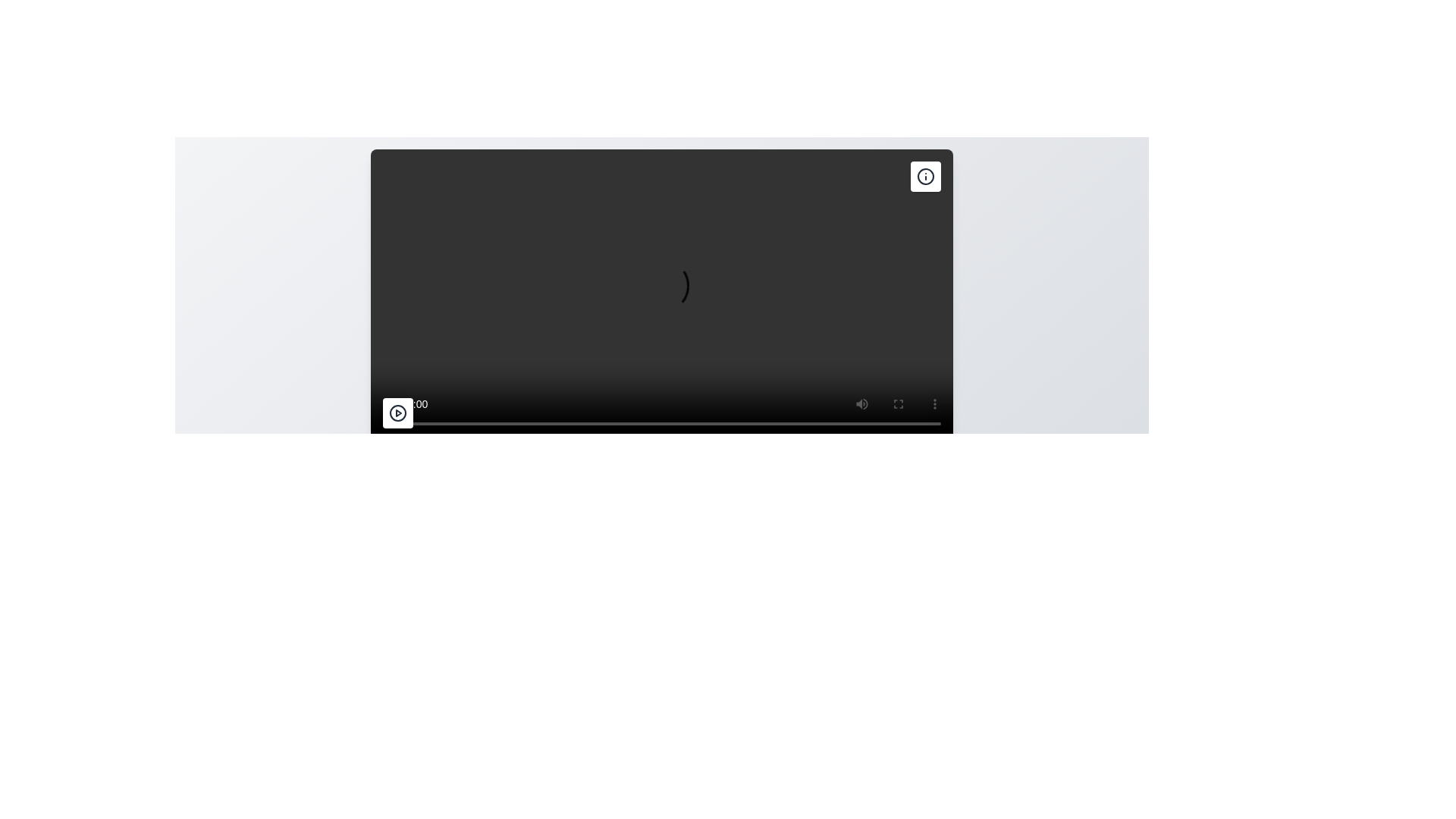 Image resolution: width=1456 pixels, height=819 pixels. Describe the element at coordinates (397, 413) in the screenshot. I see `the Play button located at the bottom-left corner of the video player to play the video content` at that location.